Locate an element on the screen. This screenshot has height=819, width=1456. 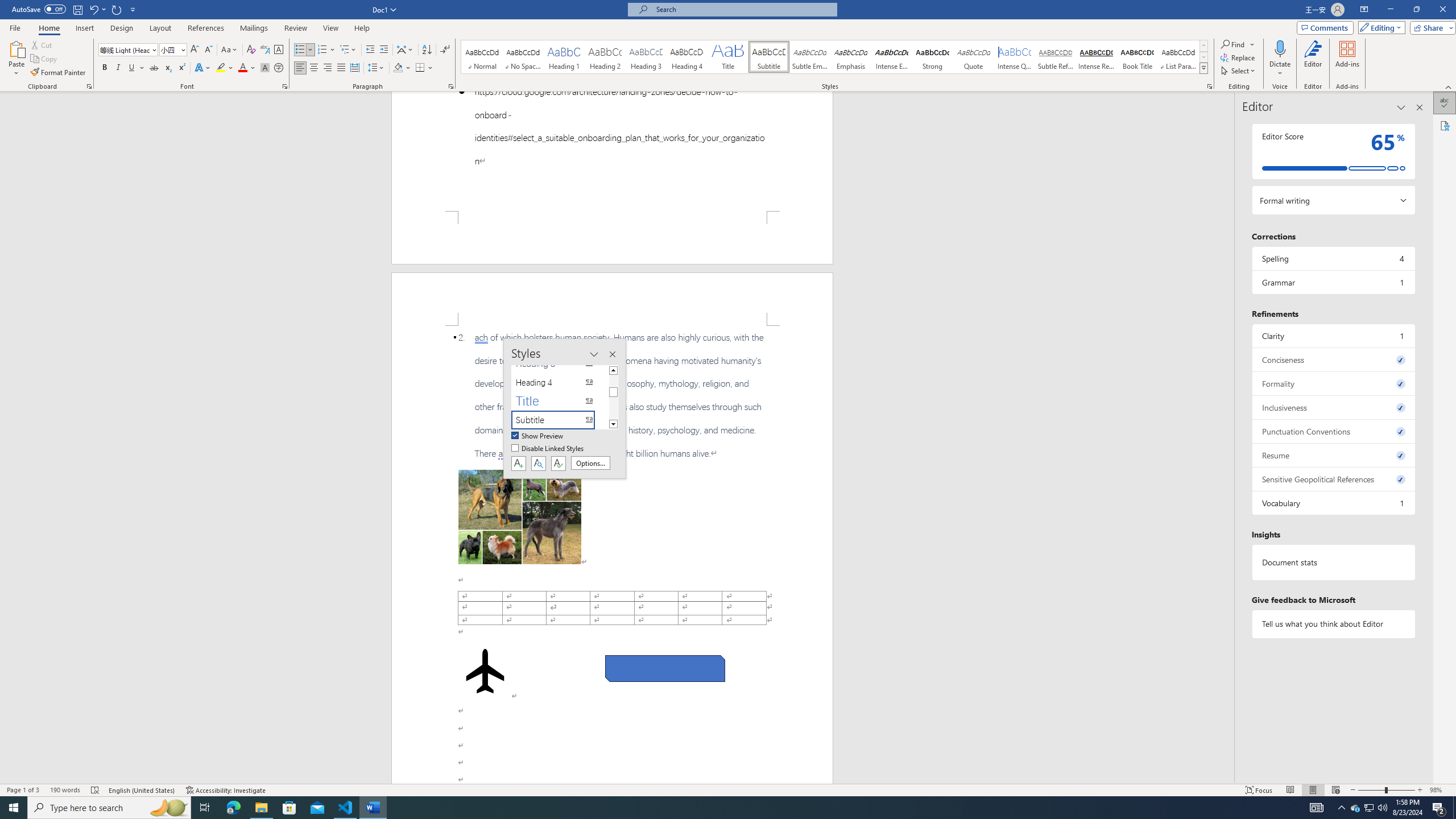
'Font...' is located at coordinates (285, 85).